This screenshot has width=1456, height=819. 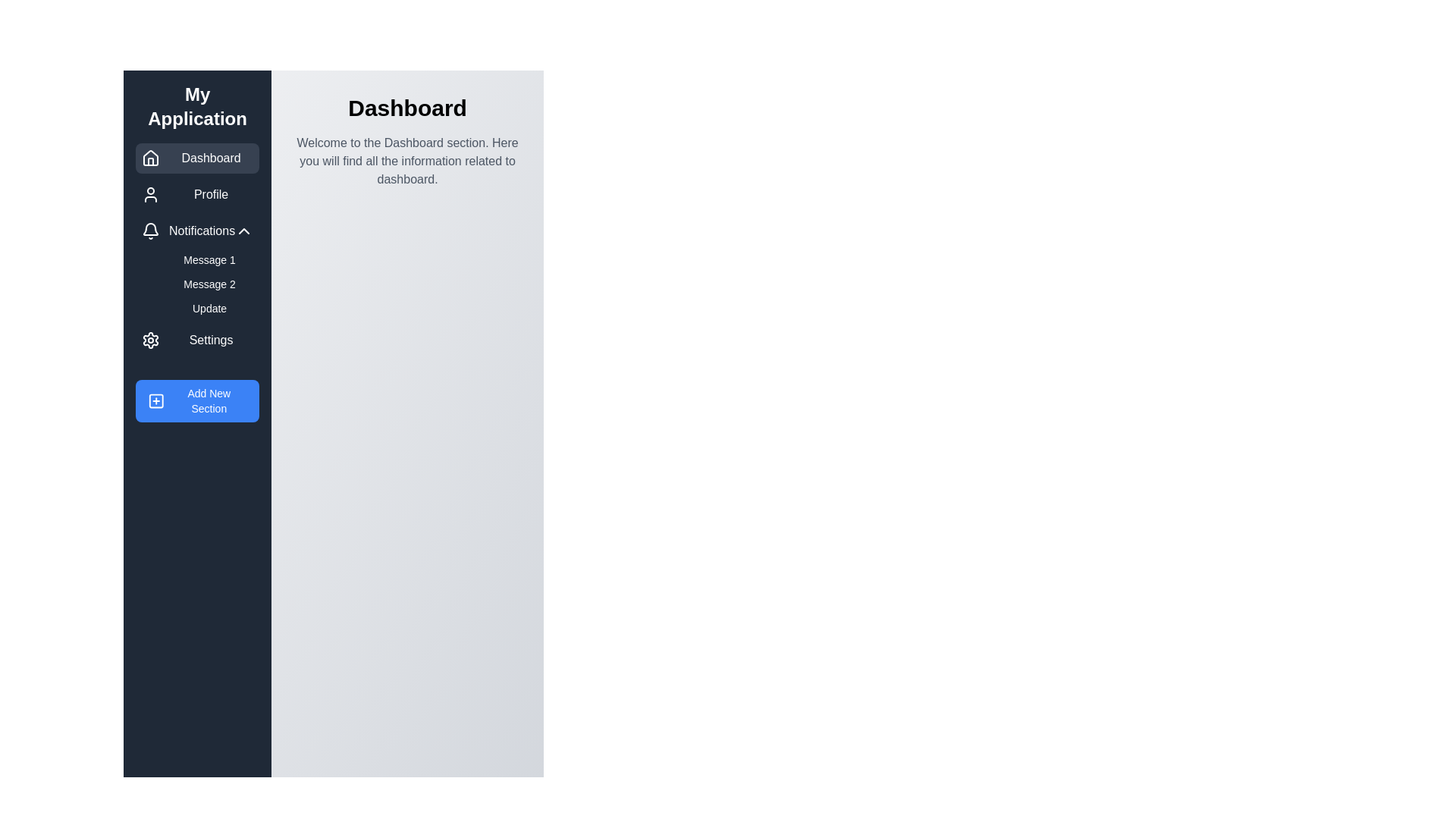 What do you see at coordinates (201, 231) in the screenshot?
I see `the 'Notifications' text label in the dark-themed sidebar, which is the third option in the vertical navigation menu, situated next to a bell icon on the left and a chevron icon on the right` at bounding box center [201, 231].